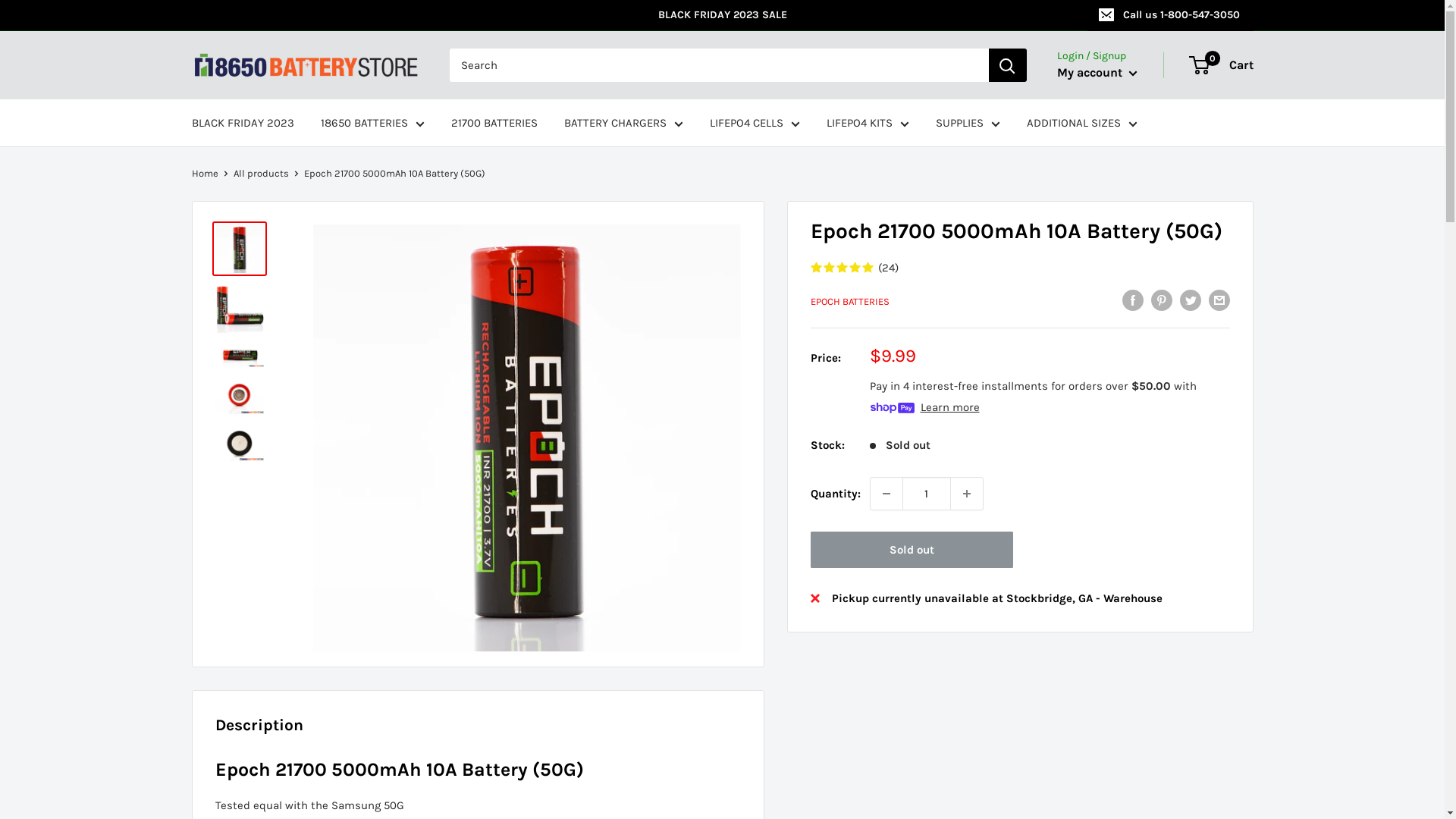 This screenshot has height=819, width=1456. I want to click on 'BLACK FRIDAY 2023 SALE', so click(639, 14).